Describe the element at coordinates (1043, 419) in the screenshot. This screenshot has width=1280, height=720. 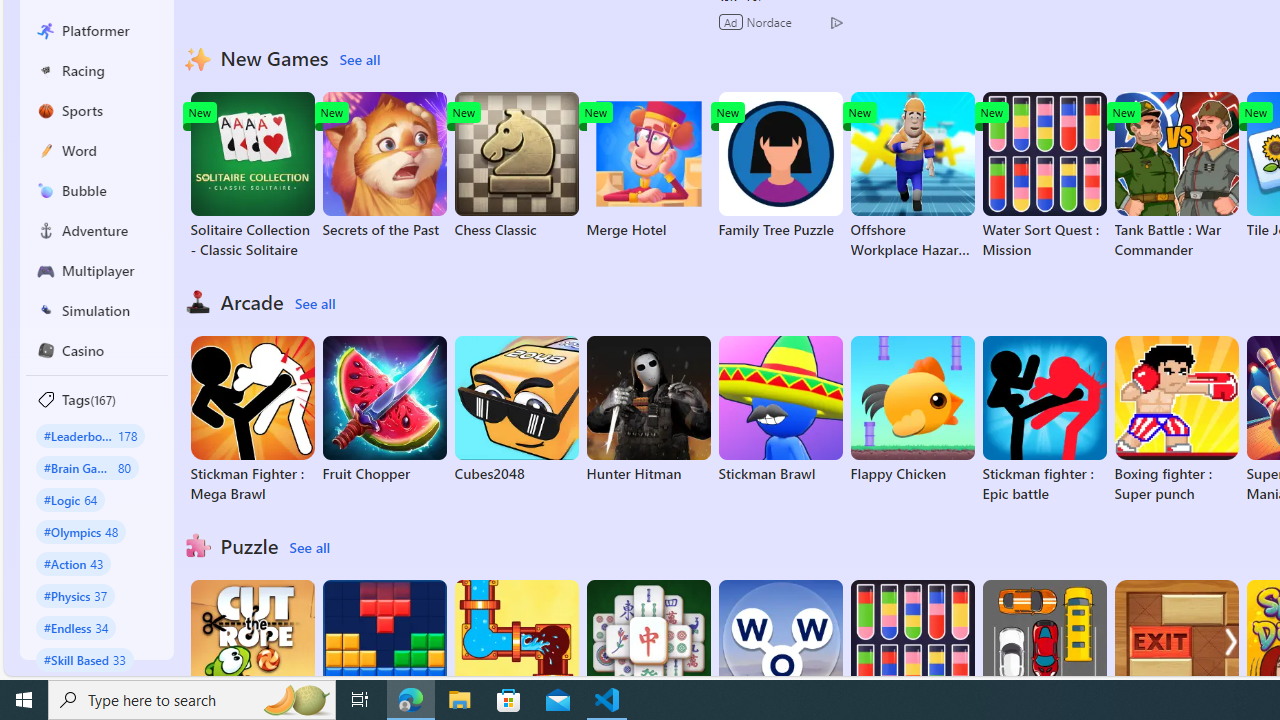
I see `'Stickman fighter : Epic battle'` at that location.